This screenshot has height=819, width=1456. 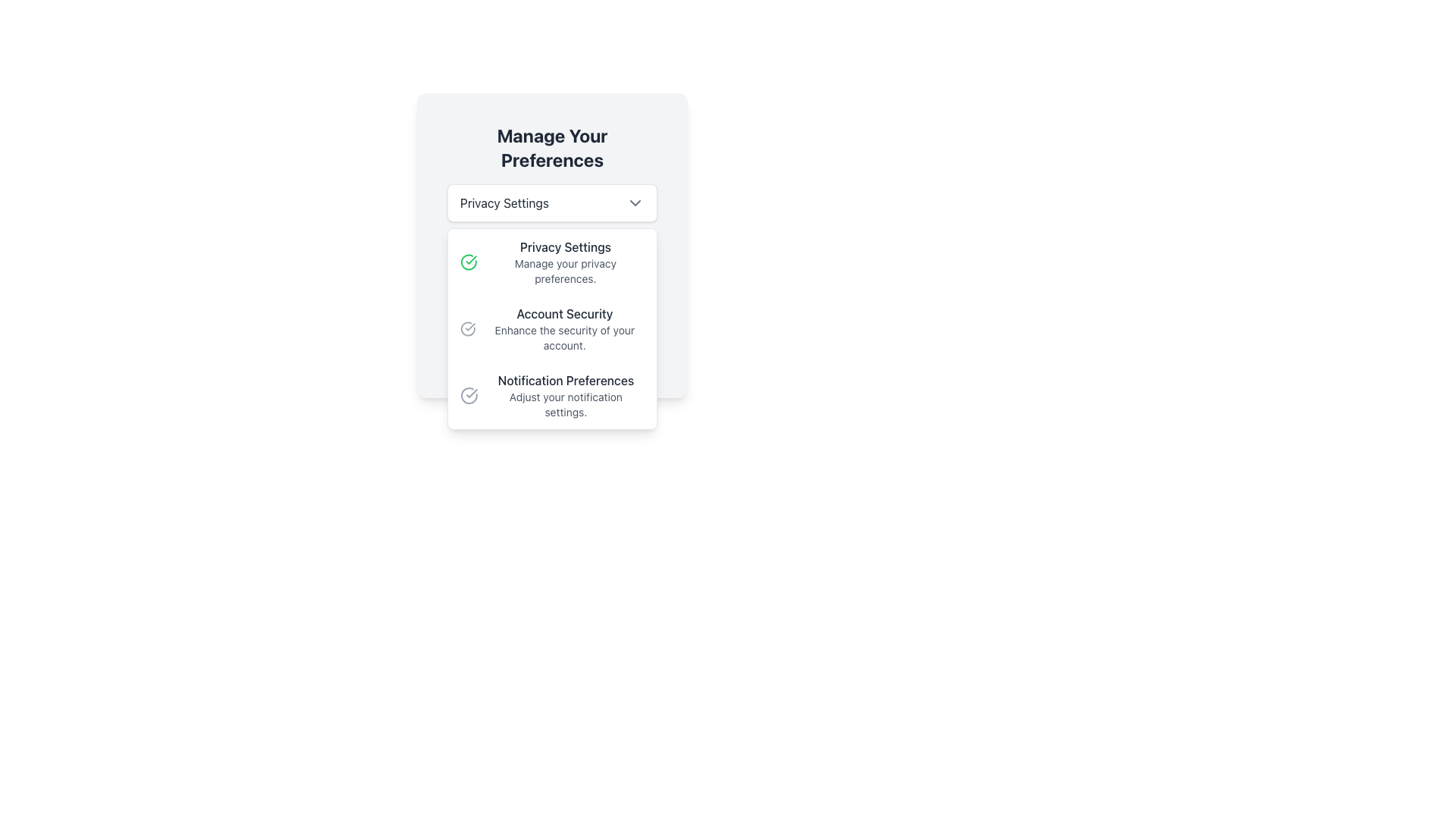 What do you see at coordinates (504, 202) in the screenshot?
I see `the 'Privacy Settings' text label which serves as a header for the dropdown menu, located at the top of the dropdown interface` at bounding box center [504, 202].